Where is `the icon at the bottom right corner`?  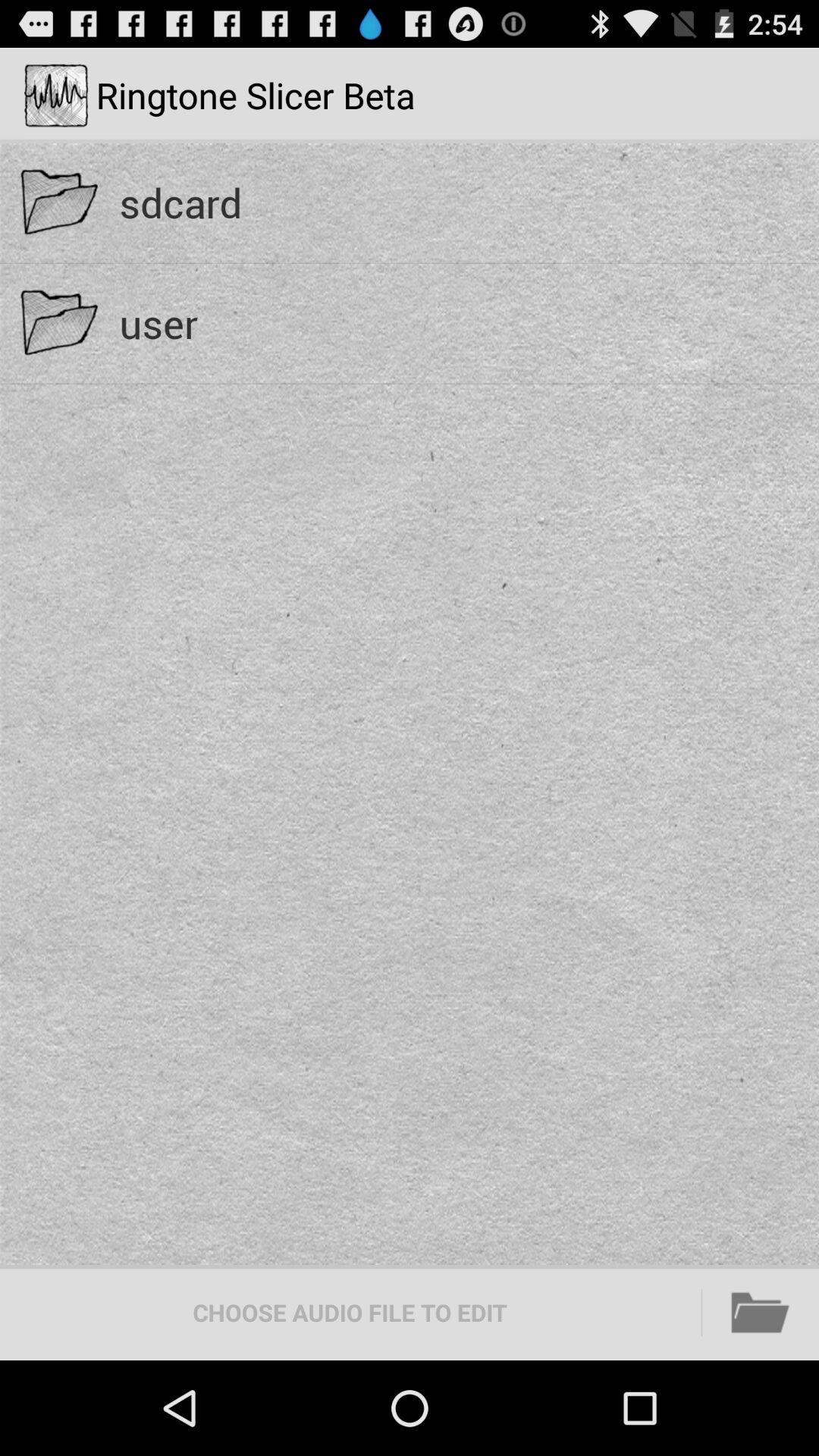
the icon at the bottom right corner is located at coordinates (761, 1312).